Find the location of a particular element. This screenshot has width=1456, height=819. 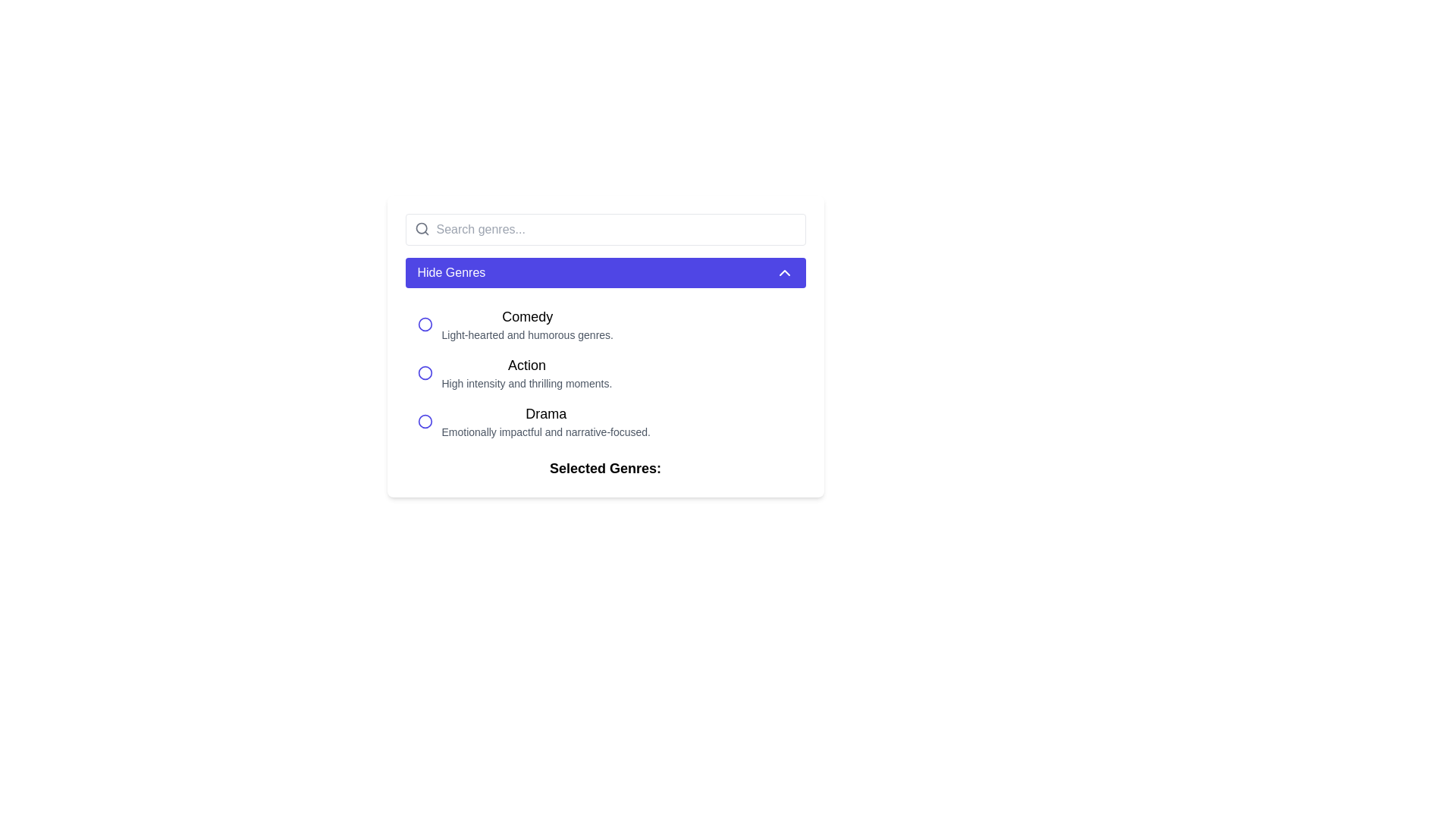

the selectable 'Drama' genre text block, which is the third item in the vertical list of genres is located at coordinates (546, 421).